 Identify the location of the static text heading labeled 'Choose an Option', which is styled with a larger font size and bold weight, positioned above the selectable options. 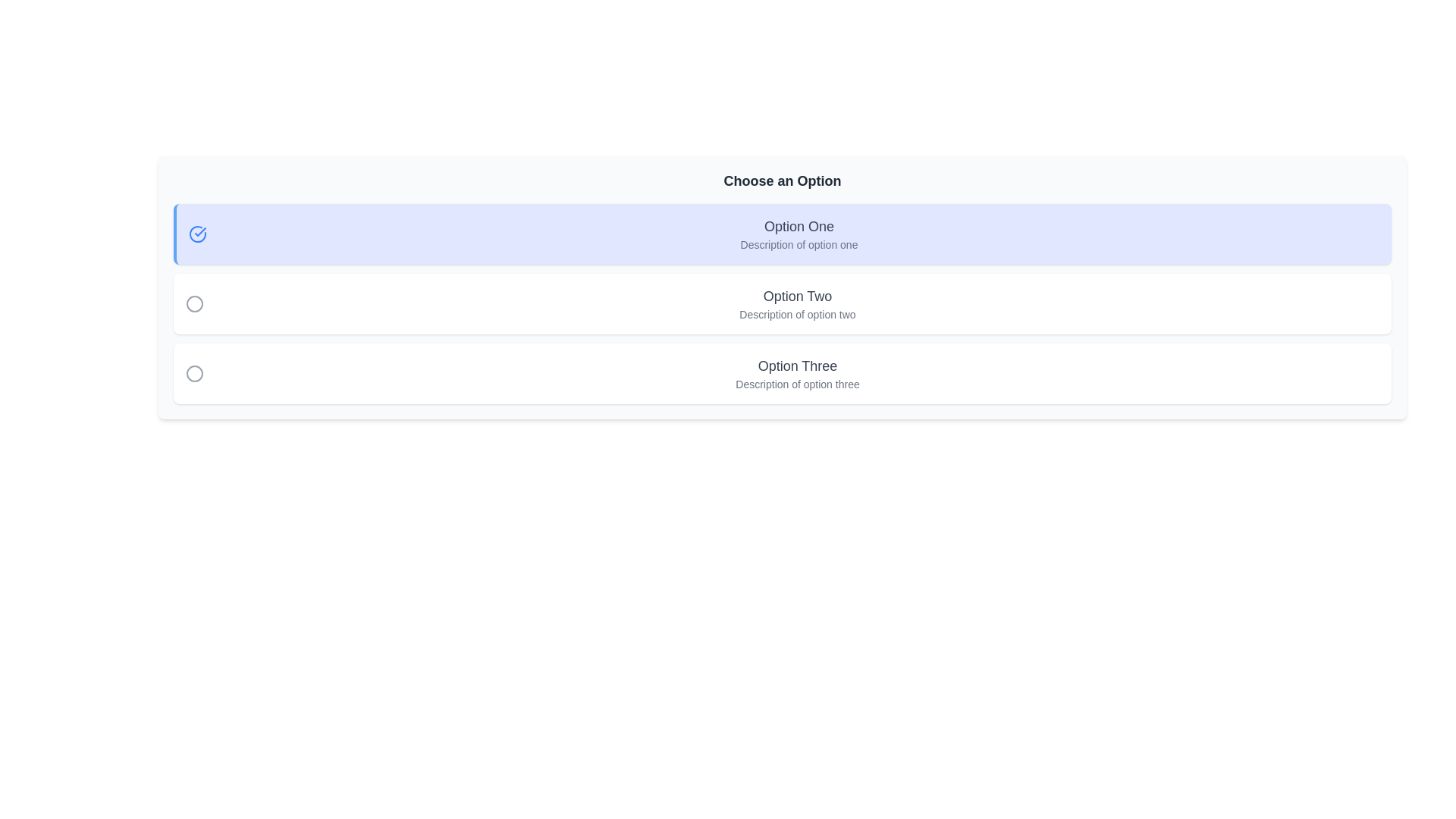
(783, 180).